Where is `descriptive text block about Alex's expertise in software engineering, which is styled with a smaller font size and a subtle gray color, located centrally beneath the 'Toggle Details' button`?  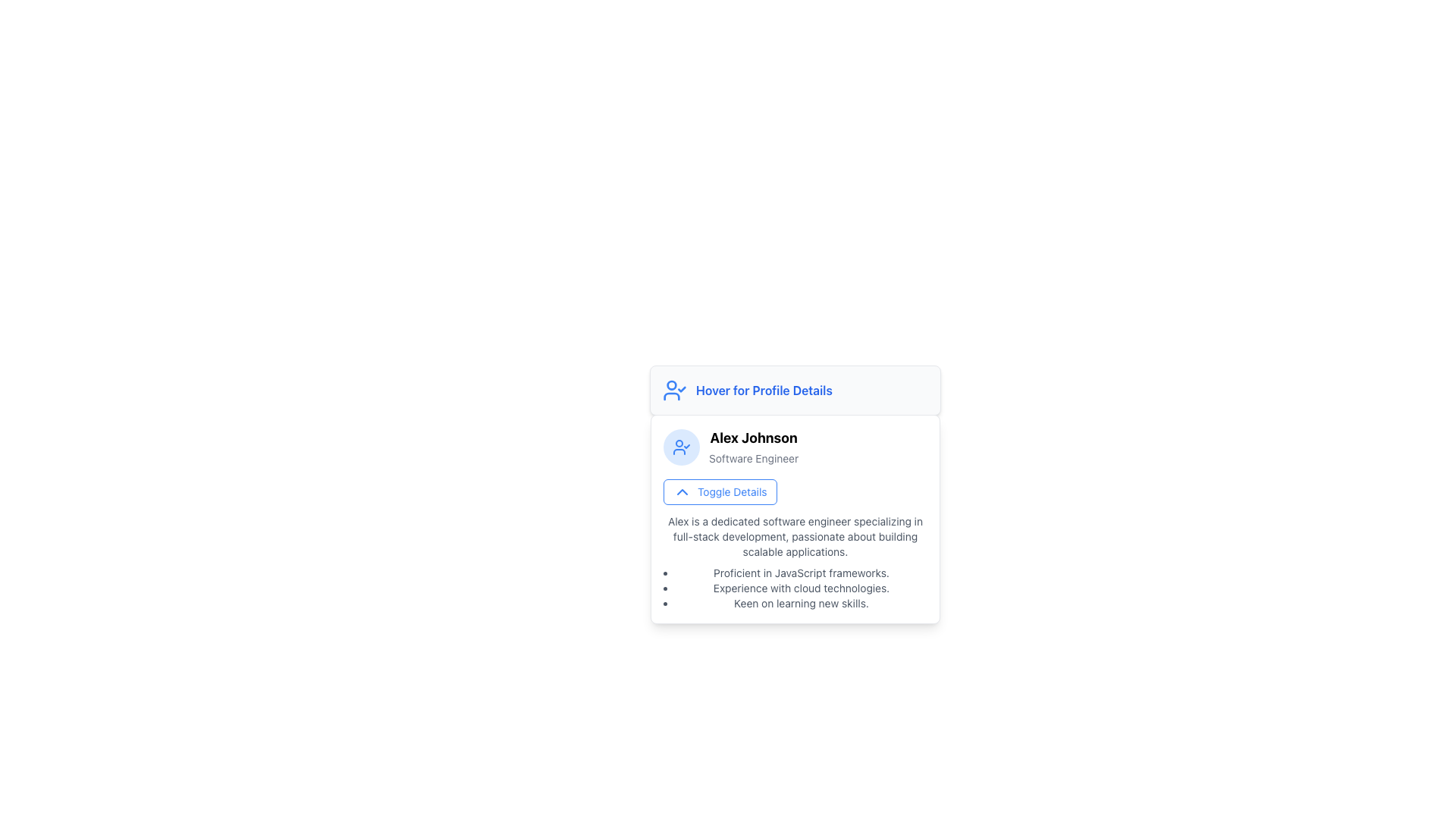
descriptive text block about Alex's expertise in software engineering, which is styled with a smaller font size and a subtle gray color, located centrally beneath the 'Toggle Details' button is located at coordinates (795, 562).